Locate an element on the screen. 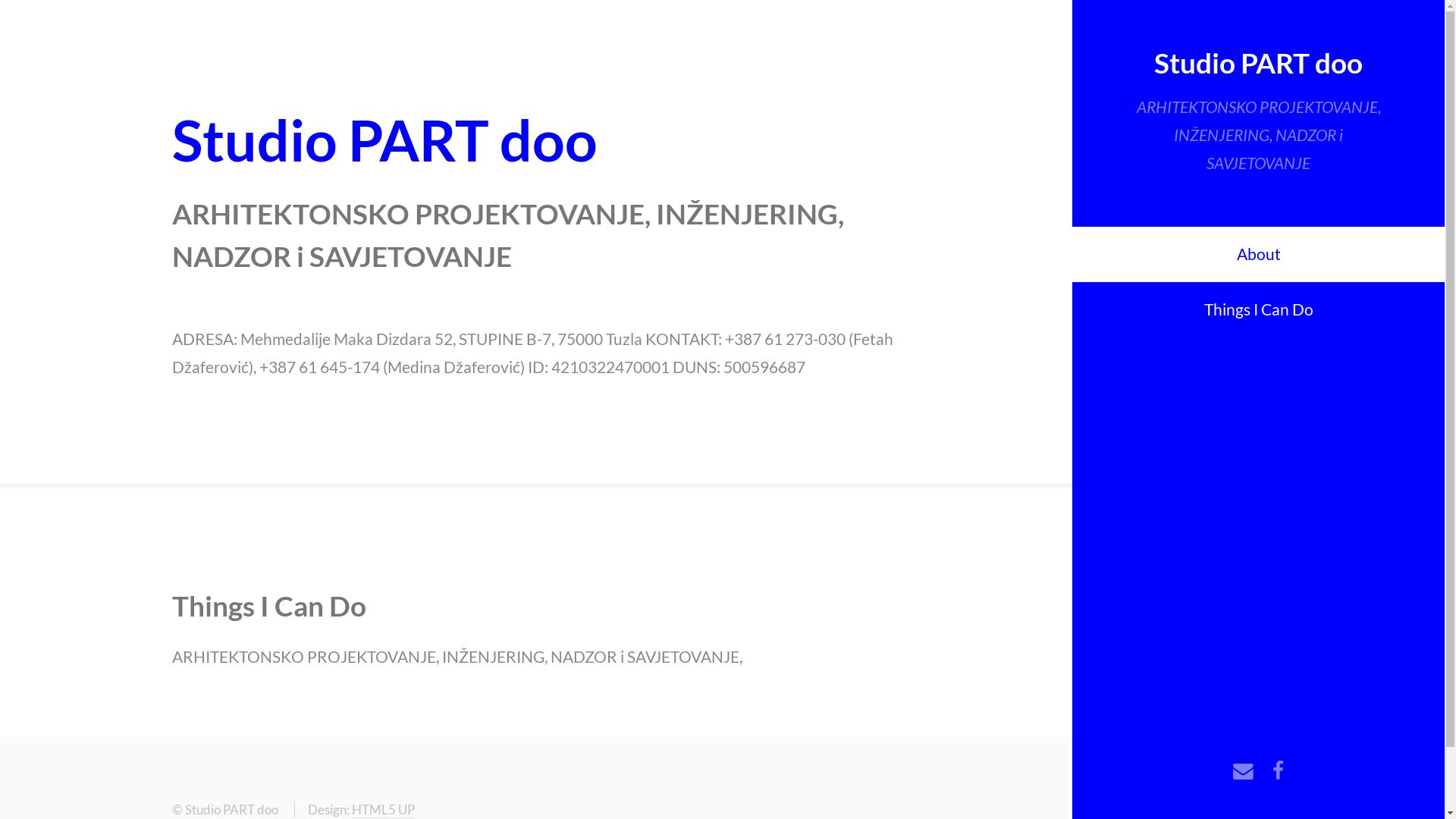 The height and width of the screenshot is (819, 1456). 'Facebook' is located at coordinates (1277, 772).